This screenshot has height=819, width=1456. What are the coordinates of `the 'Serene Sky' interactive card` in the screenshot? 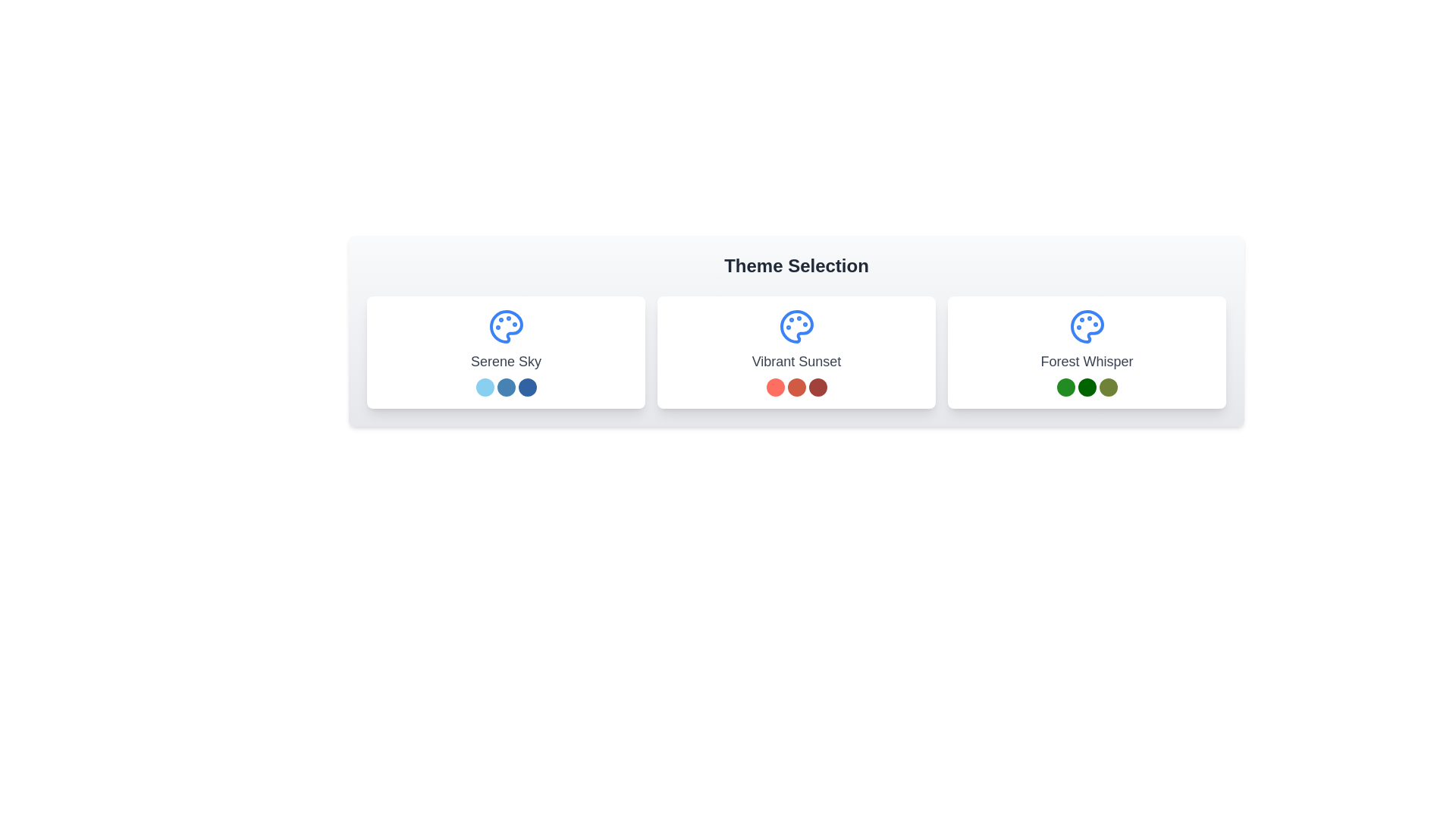 It's located at (506, 353).